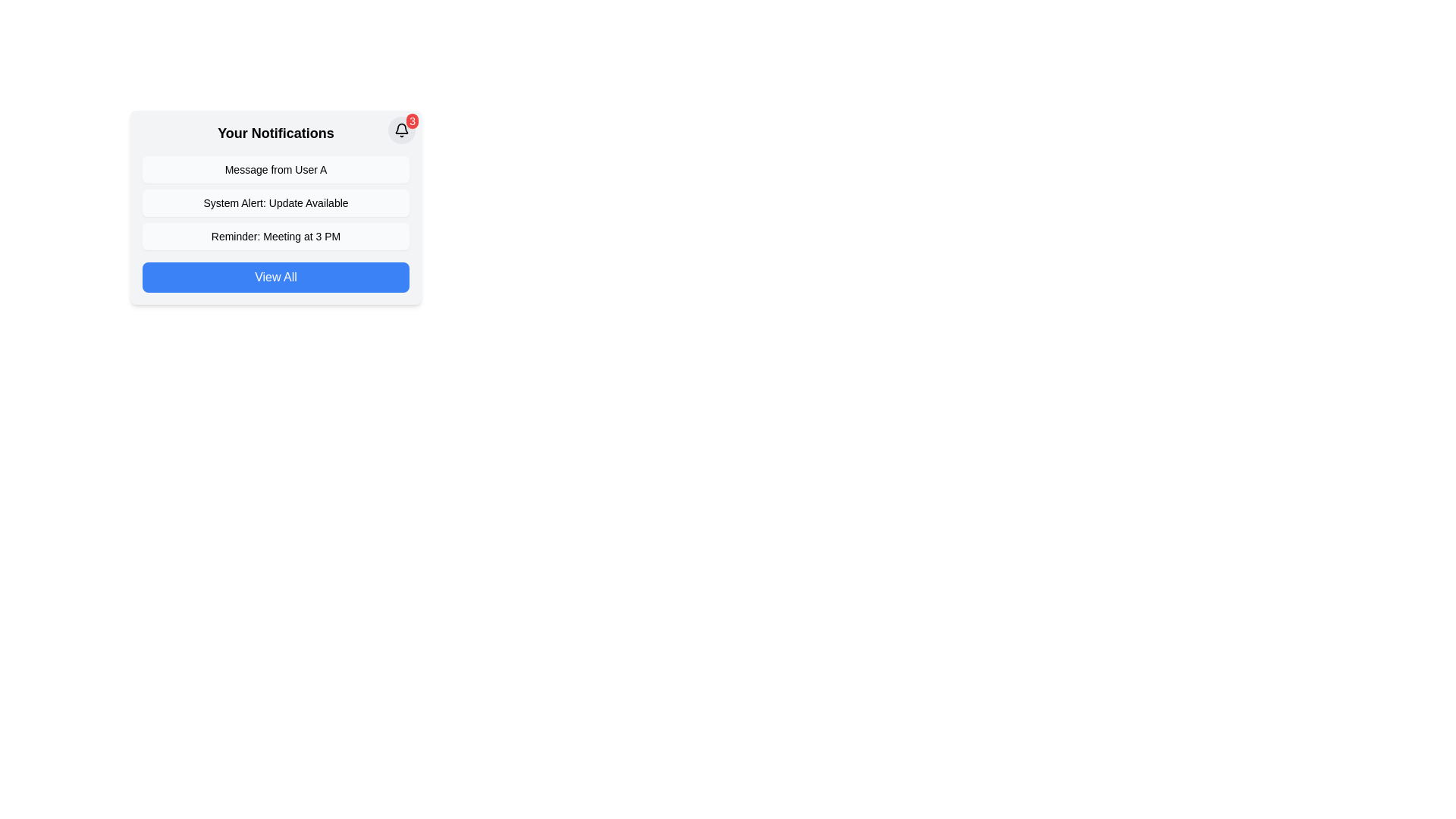 This screenshot has width=1456, height=819. Describe the element at coordinates (276, 202) in the screenshot. I see `the static notification card displaying 'System Alert: Update Available', which is the second item in the notification panel` at that location.